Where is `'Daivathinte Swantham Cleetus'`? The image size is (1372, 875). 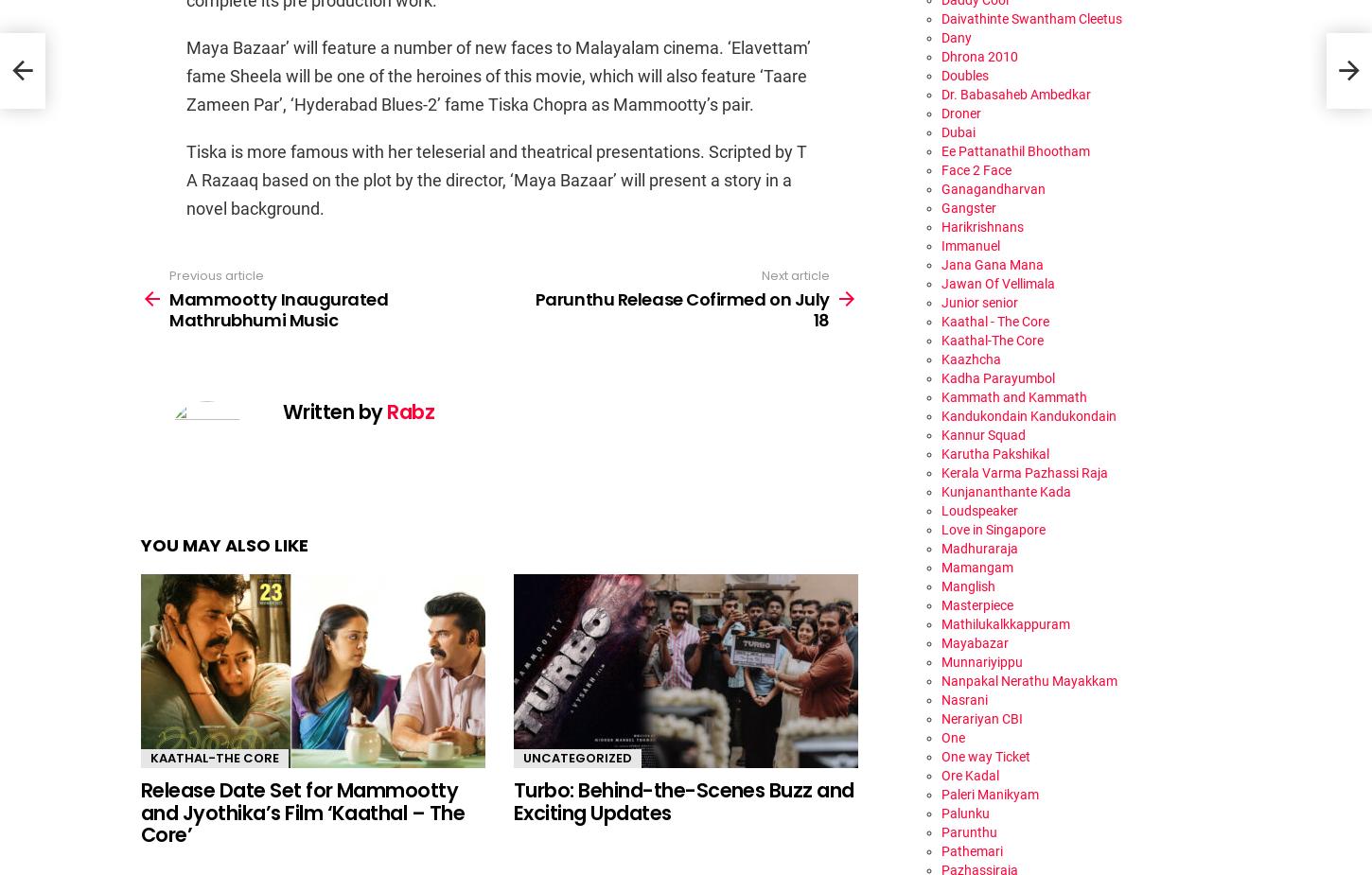 'Daivathinte Swantham Cleetus' is located at coordinates (941, 16).